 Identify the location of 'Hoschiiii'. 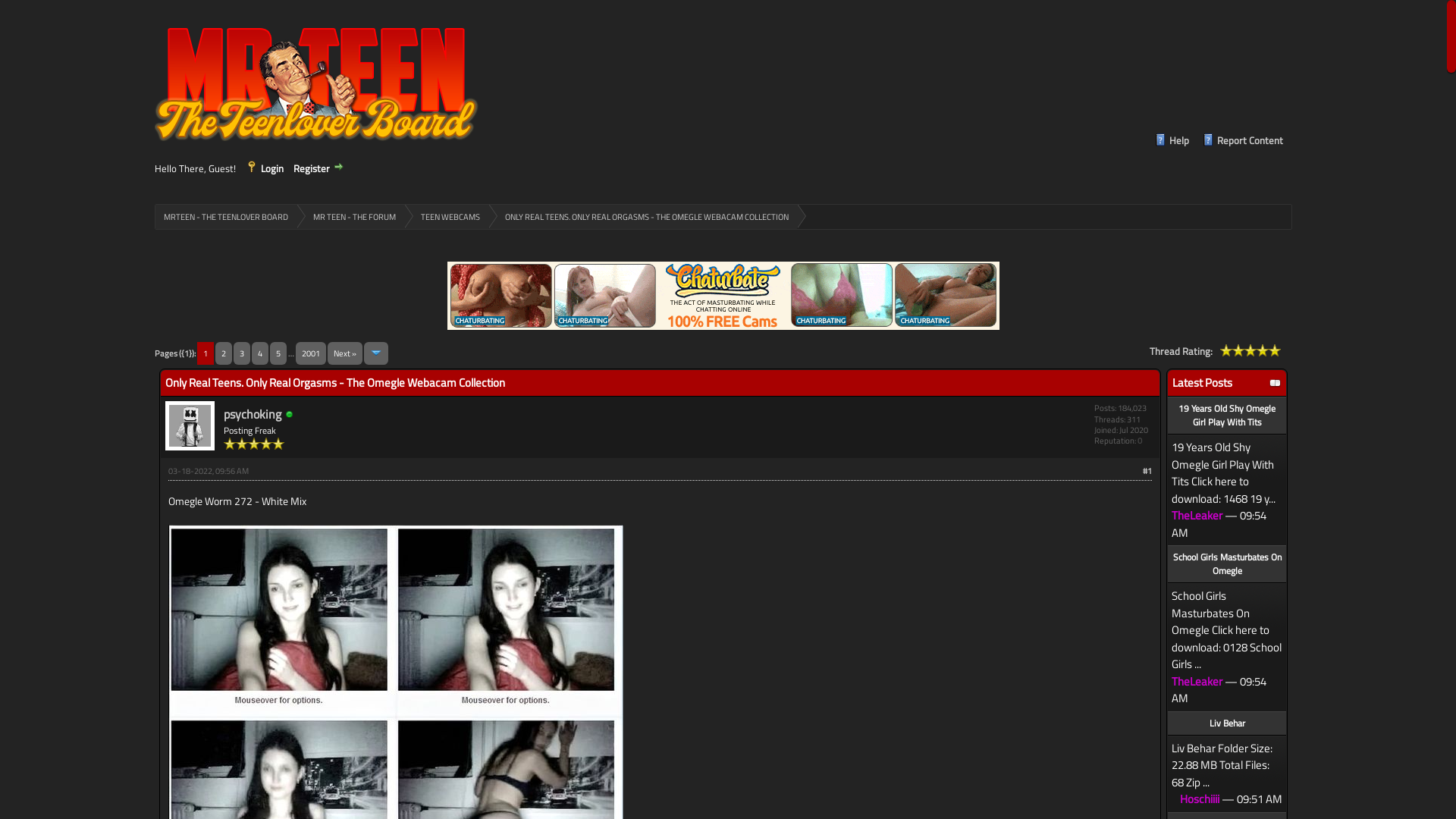
(1199, 798).